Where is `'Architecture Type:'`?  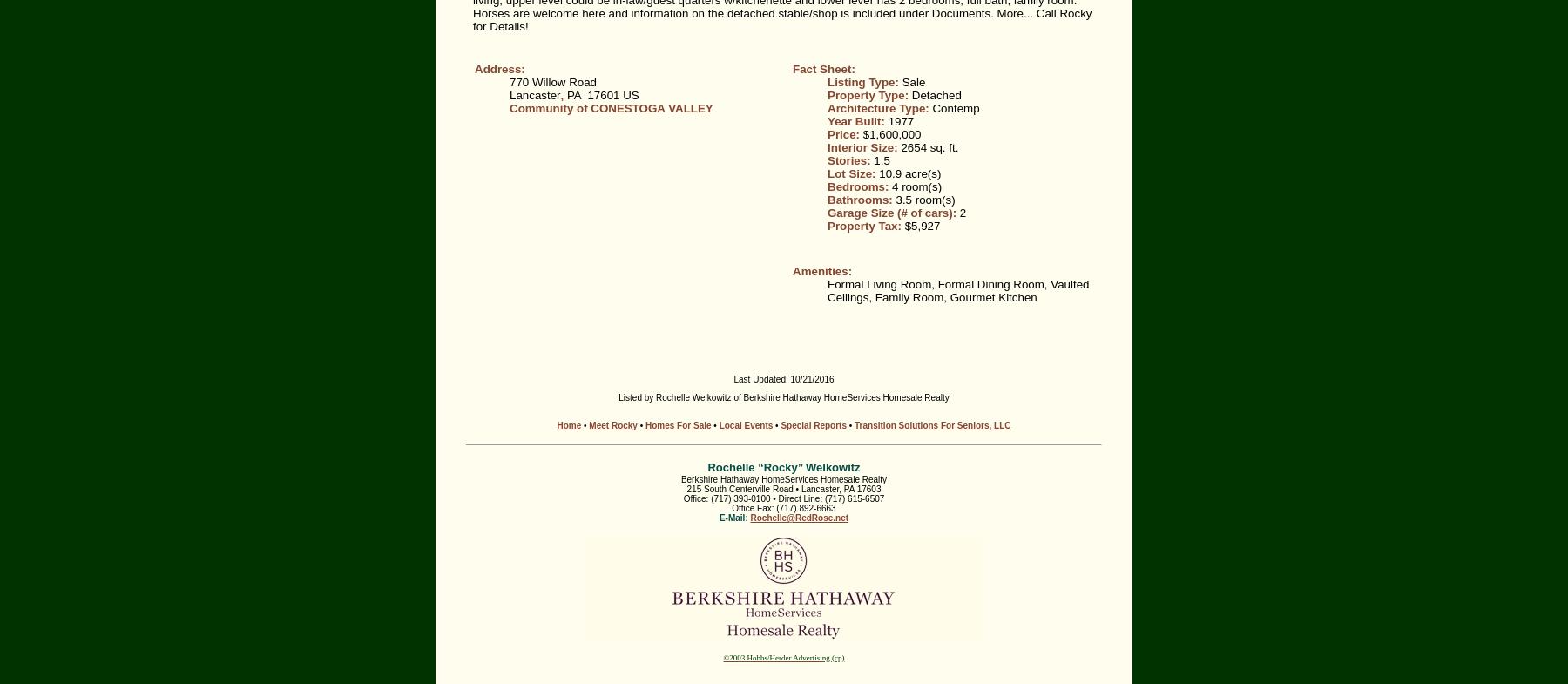 'Architecture Type:' is located at coordinates (878, 107).